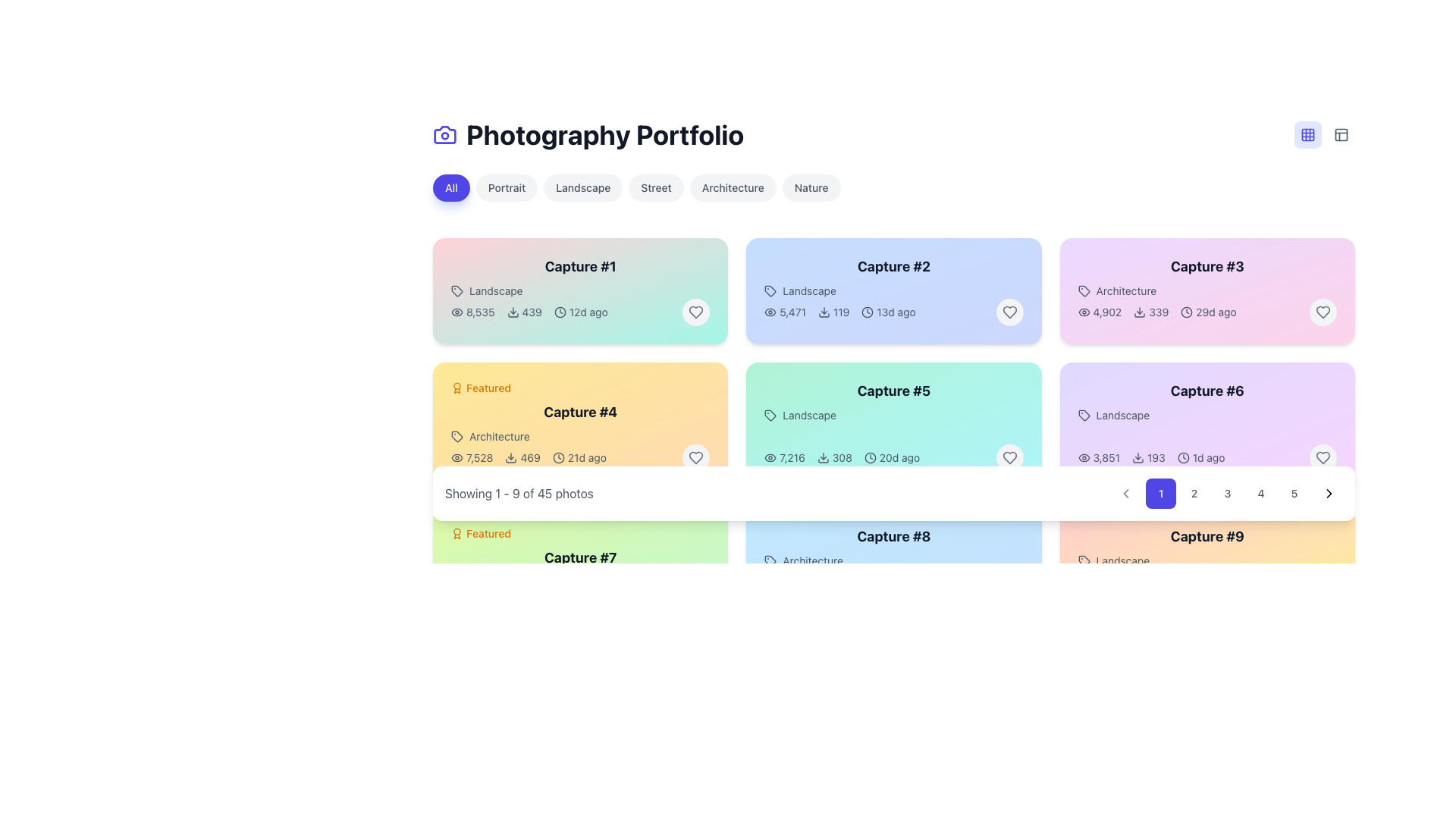 Image resolution: width=1456 pixels, height=819 pixels. What do you see at coordinates (1307, 133) in the screenshot?
I see `the button located in the top right corner of the interface to switch the layout or view mode to a grid format` at bounding box center [1307, 133].